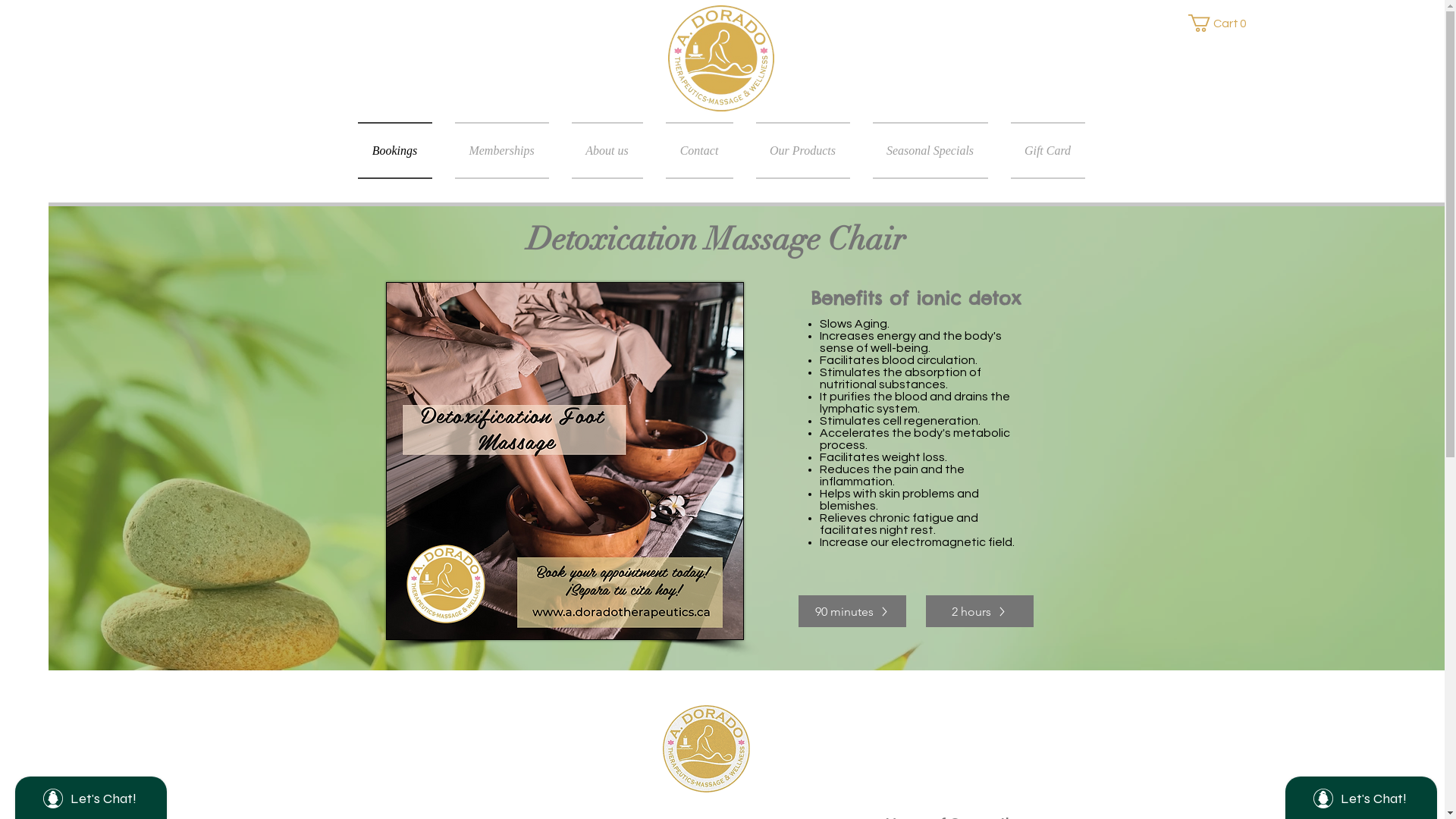  Describe the element at coordinates (698, 150) in the screenshot. I see `'Contact'` at that location.